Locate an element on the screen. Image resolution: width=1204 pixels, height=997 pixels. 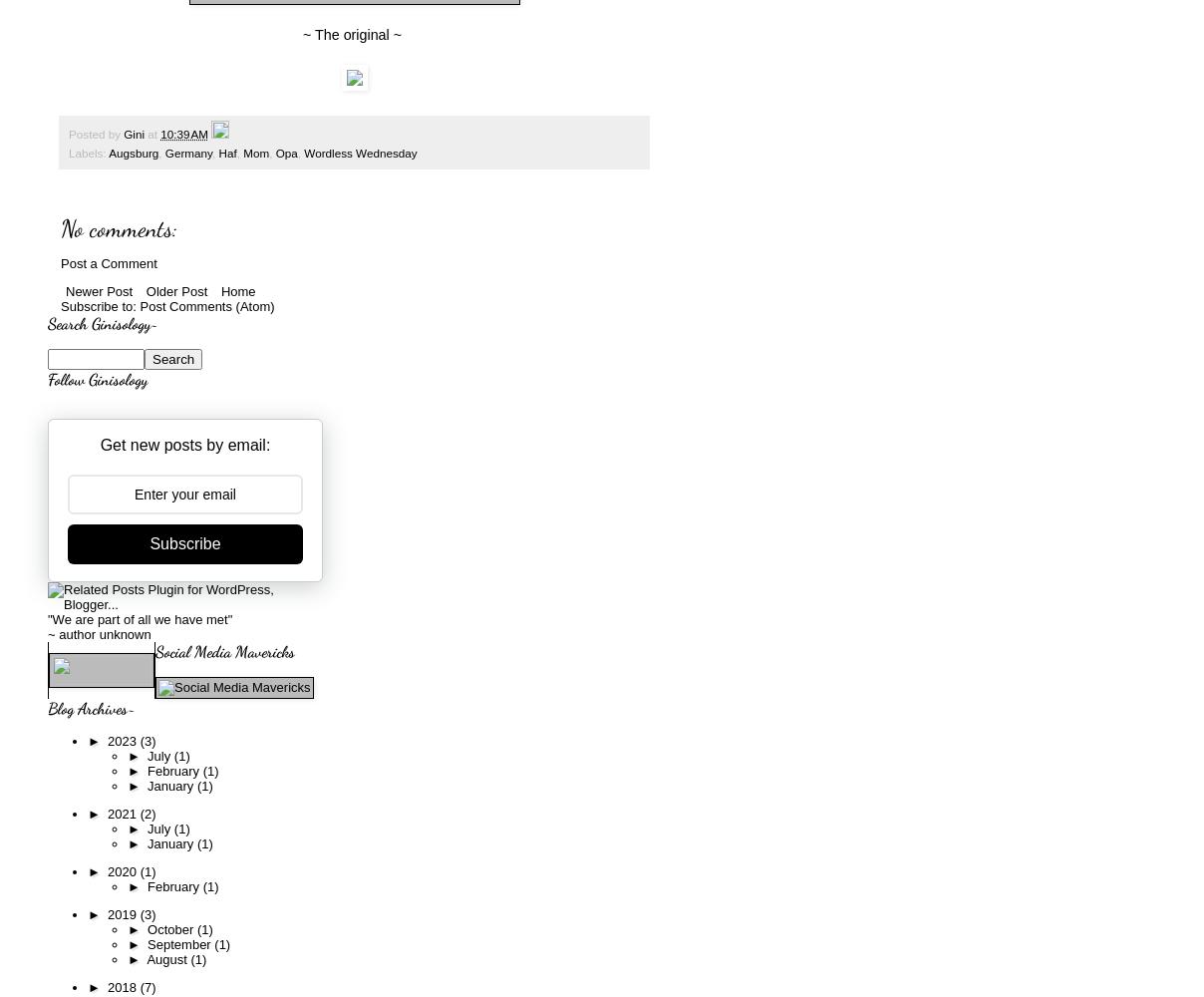
'August' is located at coordinates (167, 957).